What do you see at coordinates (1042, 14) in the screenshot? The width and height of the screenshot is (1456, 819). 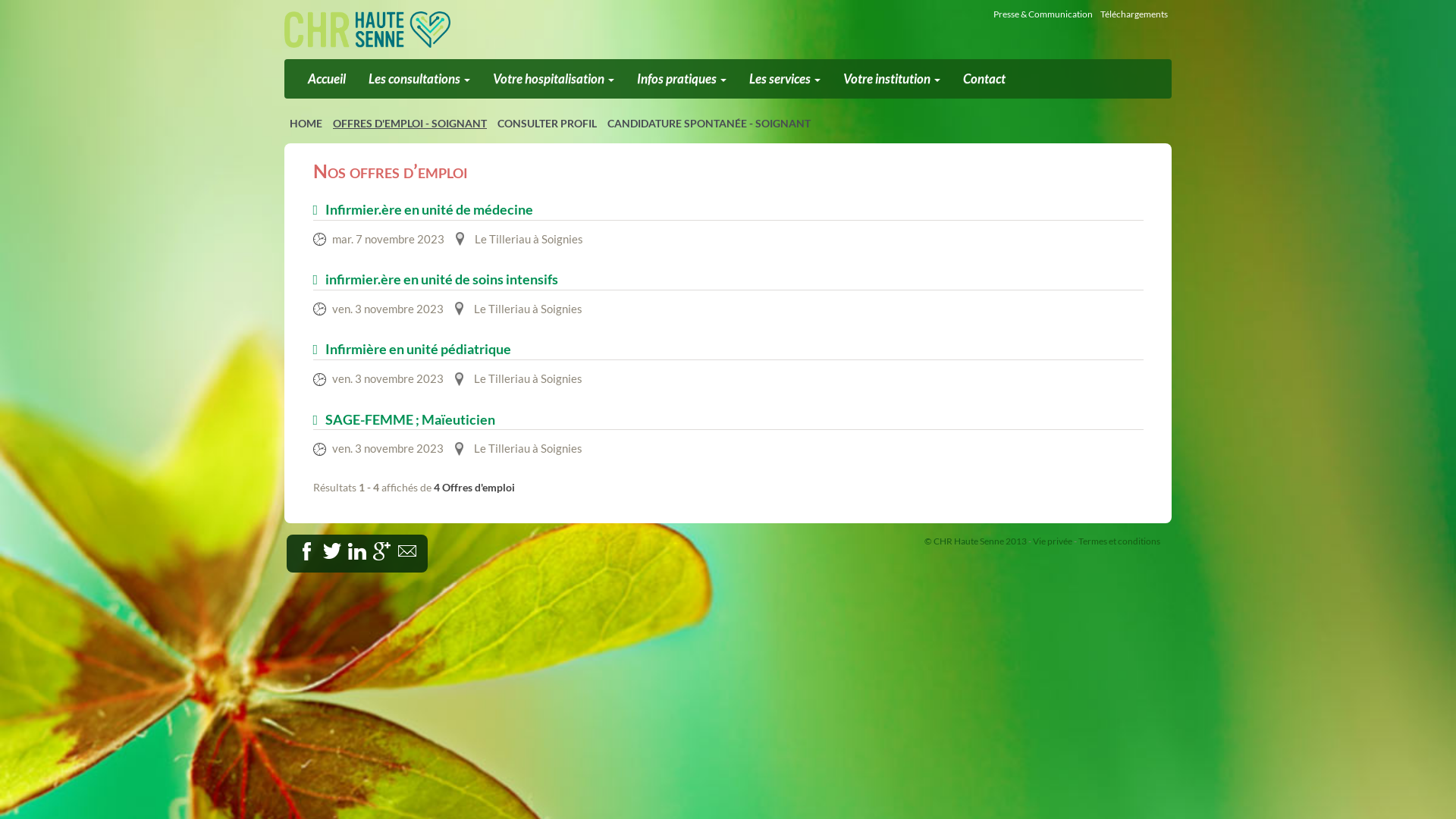 I see `'Presse & Communication'` at bounding box center [1042, 14].